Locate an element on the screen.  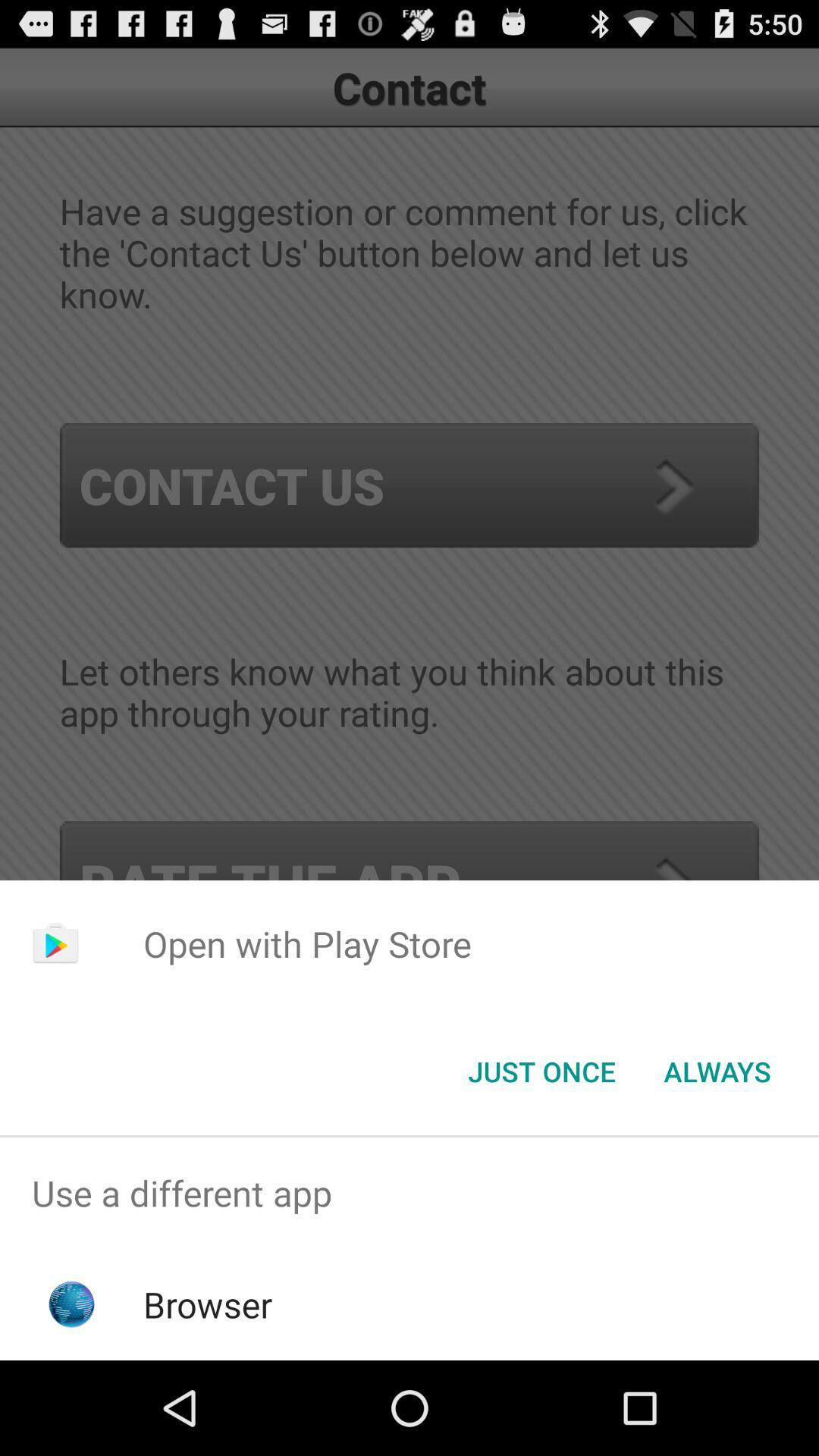
the item to the left of the always is located at coordinates (541, 1070).